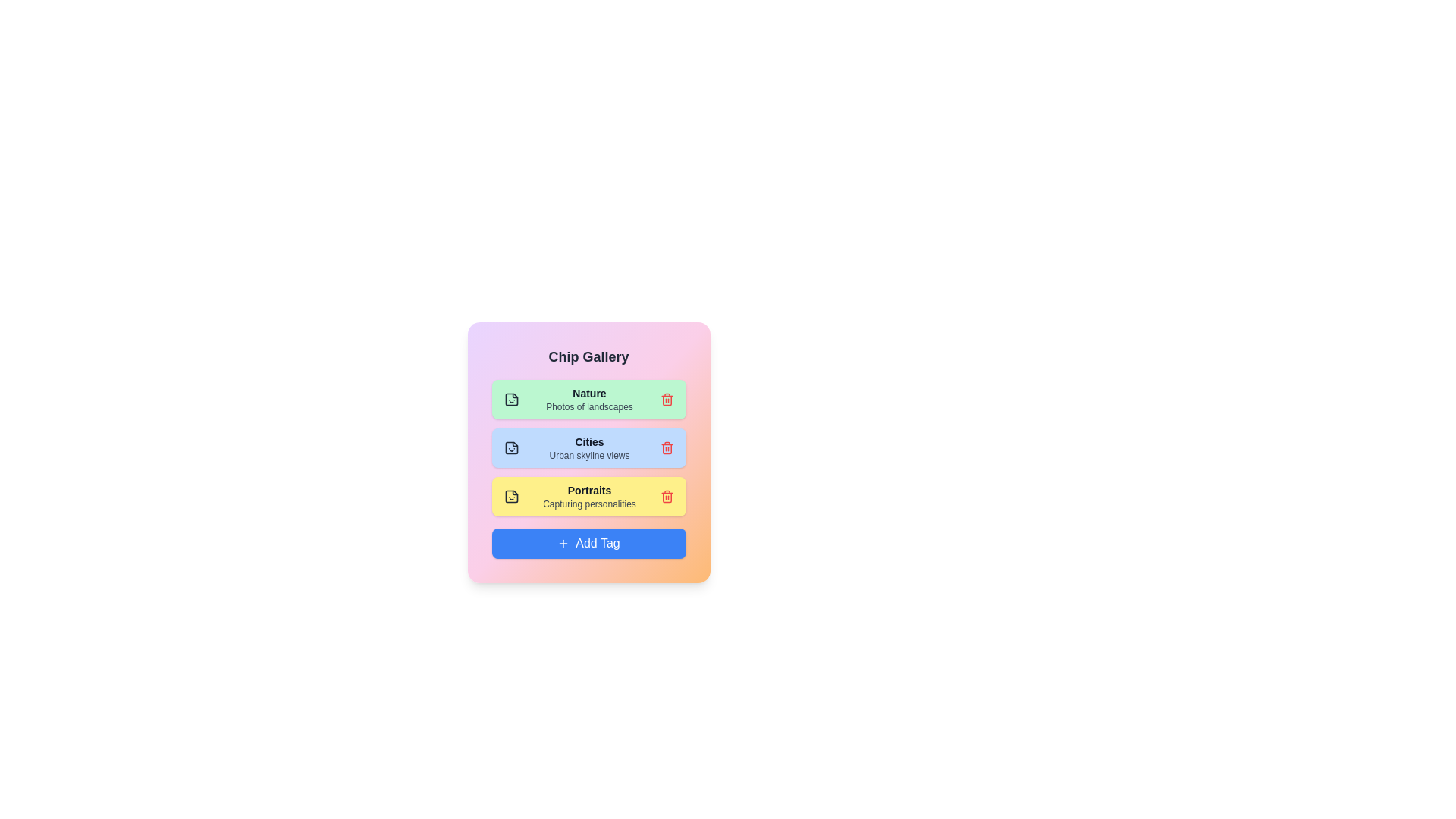  What do you see at coordinates (667, 497) in the screenshot?
I see `the delete button for the tag labeled 'Portraits' to remove it` at bounding box center [667, 497].